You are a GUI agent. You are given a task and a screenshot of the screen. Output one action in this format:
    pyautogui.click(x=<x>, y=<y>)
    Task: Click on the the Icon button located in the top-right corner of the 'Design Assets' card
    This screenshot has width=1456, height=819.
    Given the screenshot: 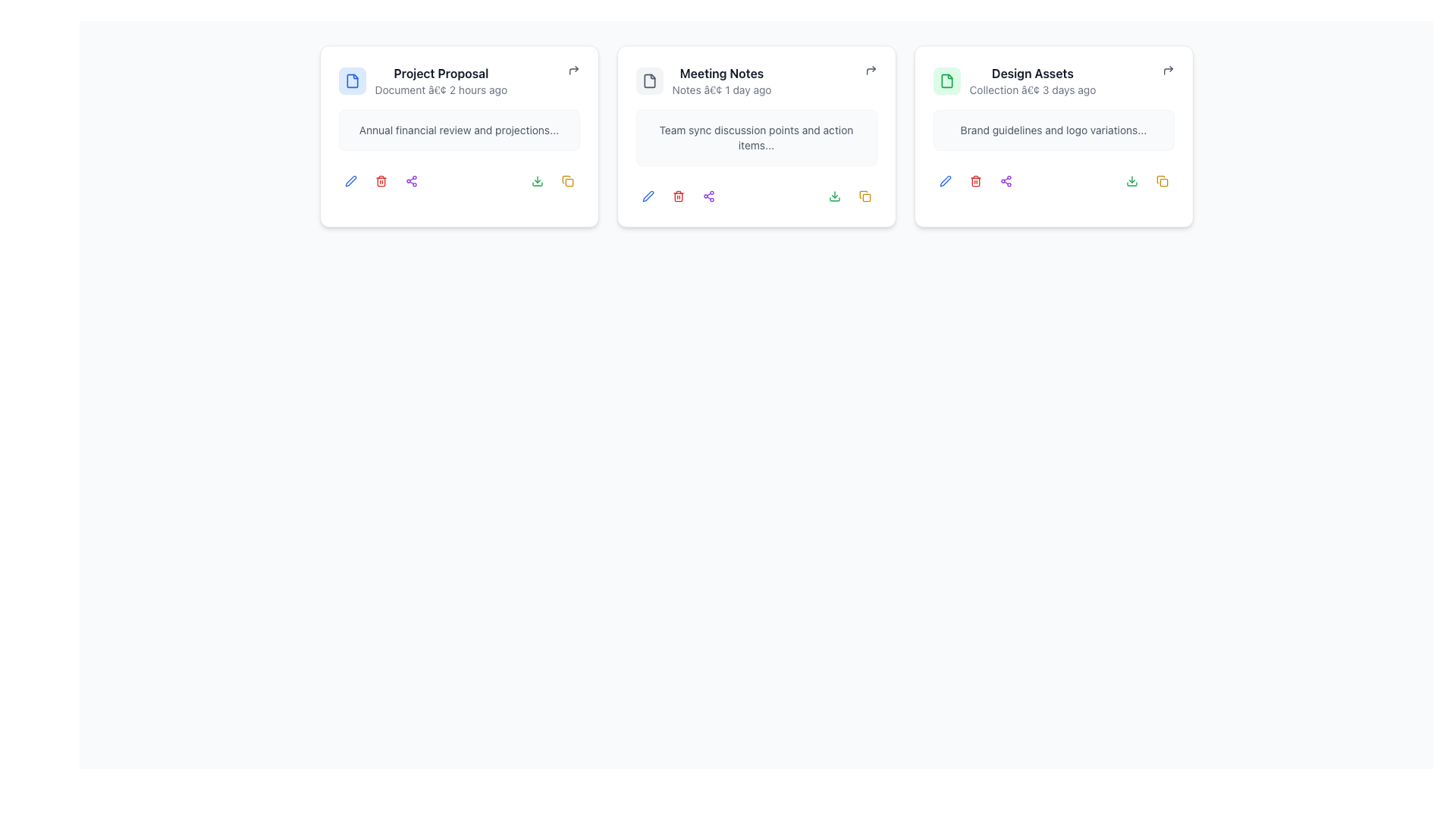 What is the action you would take?
    pyautogui.click(x=1167, y=70)
    